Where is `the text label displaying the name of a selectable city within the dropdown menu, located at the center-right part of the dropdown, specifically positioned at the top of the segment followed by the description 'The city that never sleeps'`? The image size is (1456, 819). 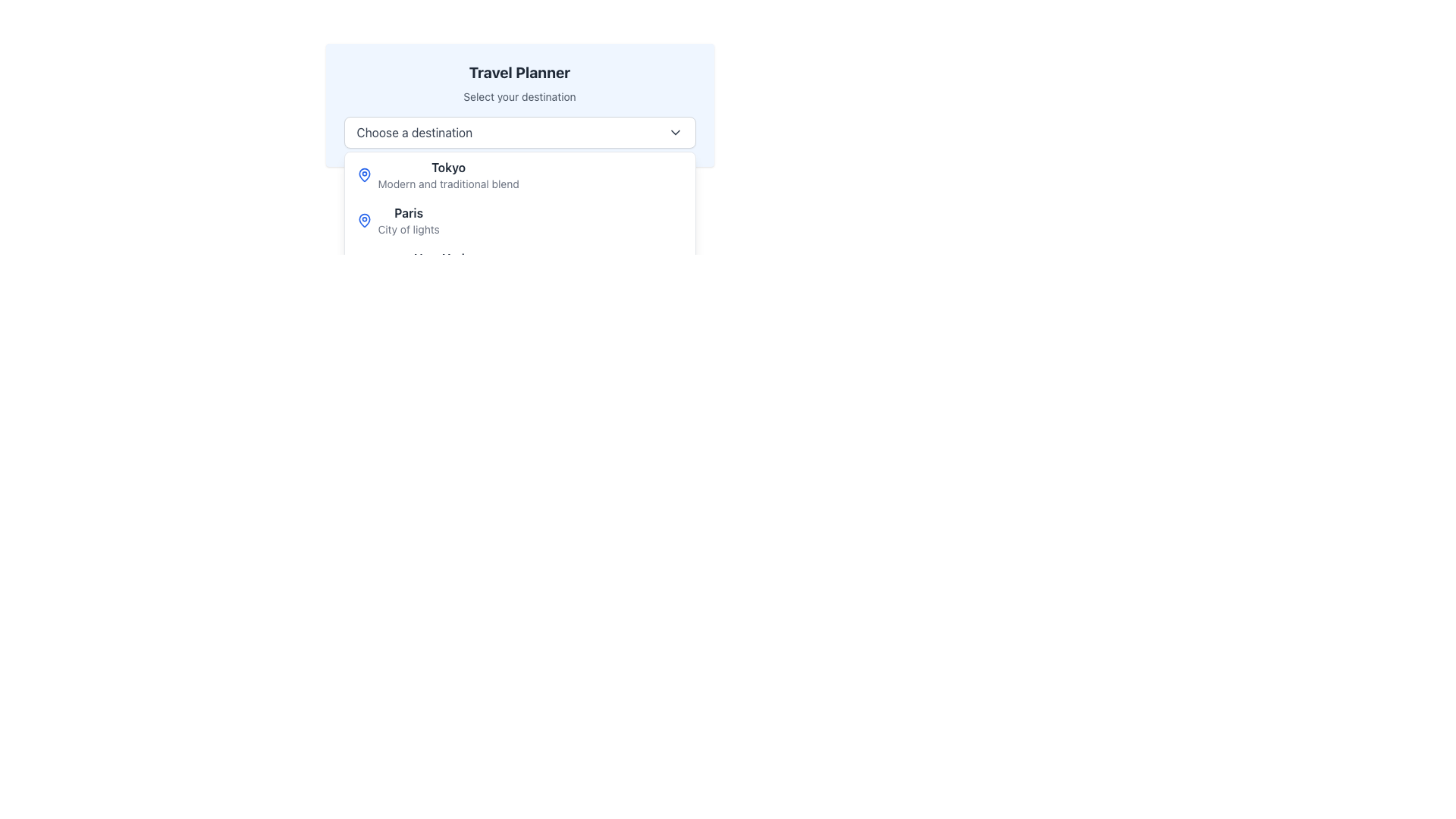 the text label displaying the name of a selectable city within the dropdown menu, located at the center-right part of the dropdown, specifically positioned at the top of the segment followed by the description 'The city that never sleeps' is located at coordinates (440, 257).